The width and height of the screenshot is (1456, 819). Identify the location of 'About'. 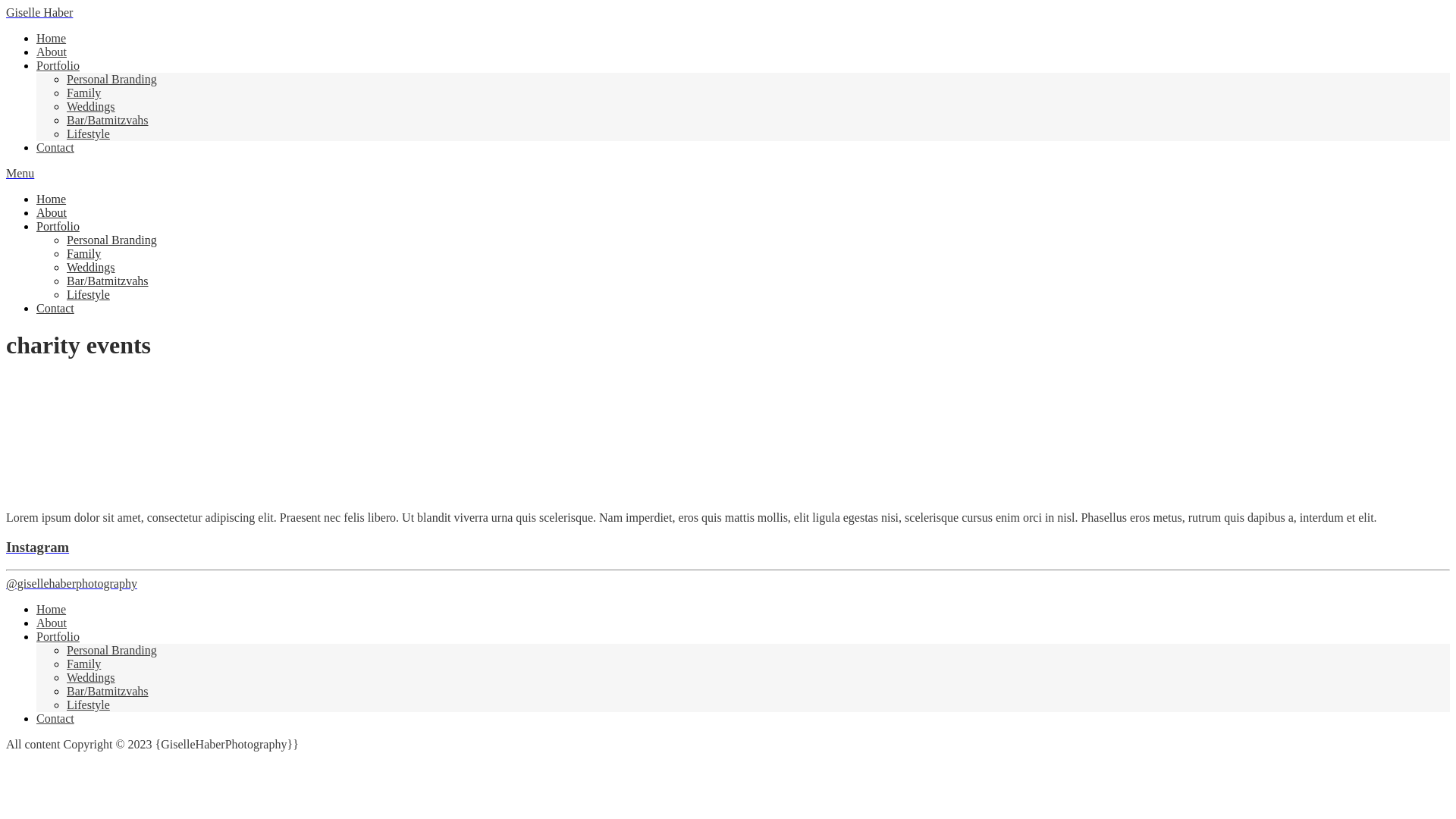
(51, 212).